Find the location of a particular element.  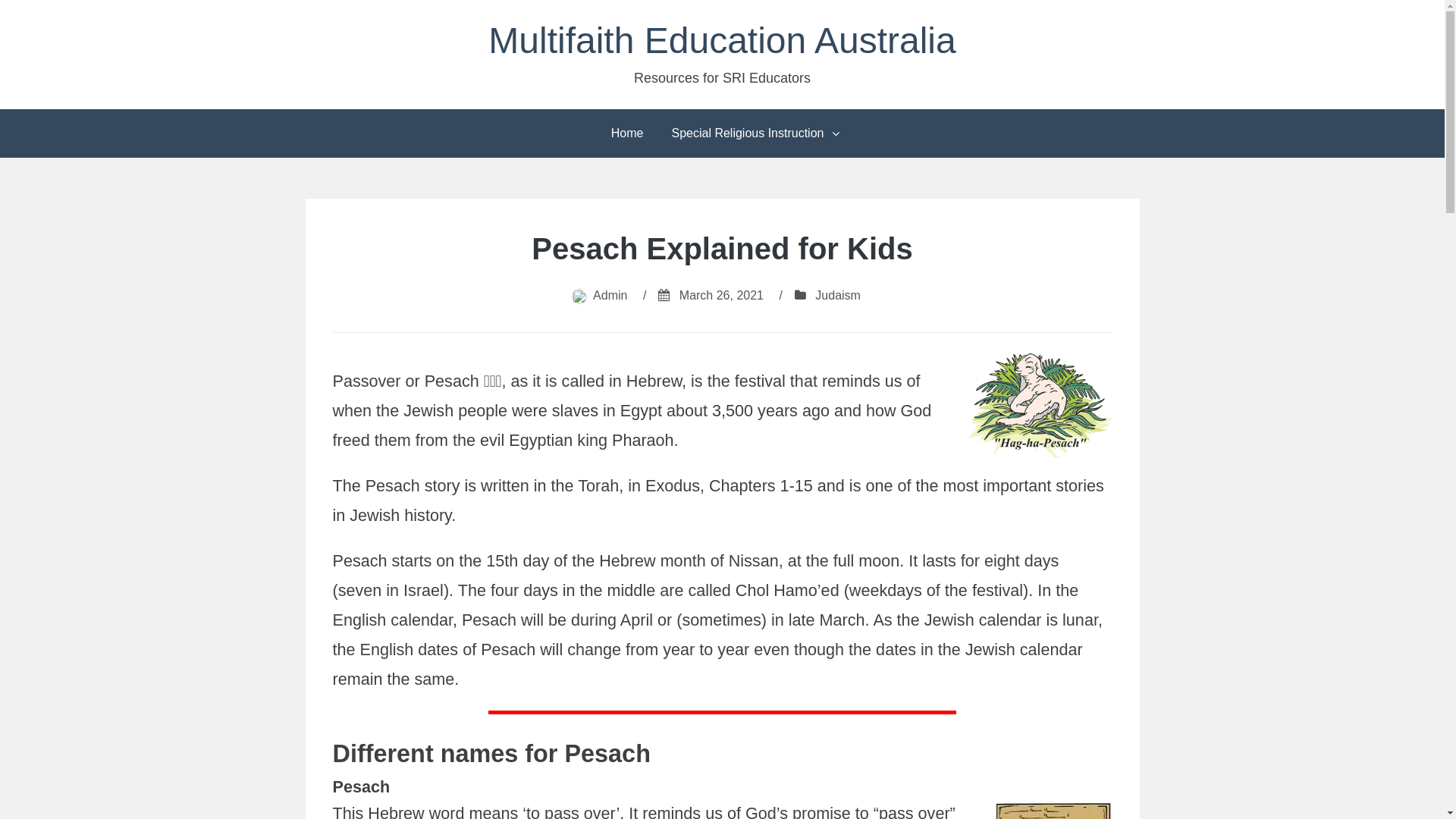

'Admin' is located at coordinates (610, 295).